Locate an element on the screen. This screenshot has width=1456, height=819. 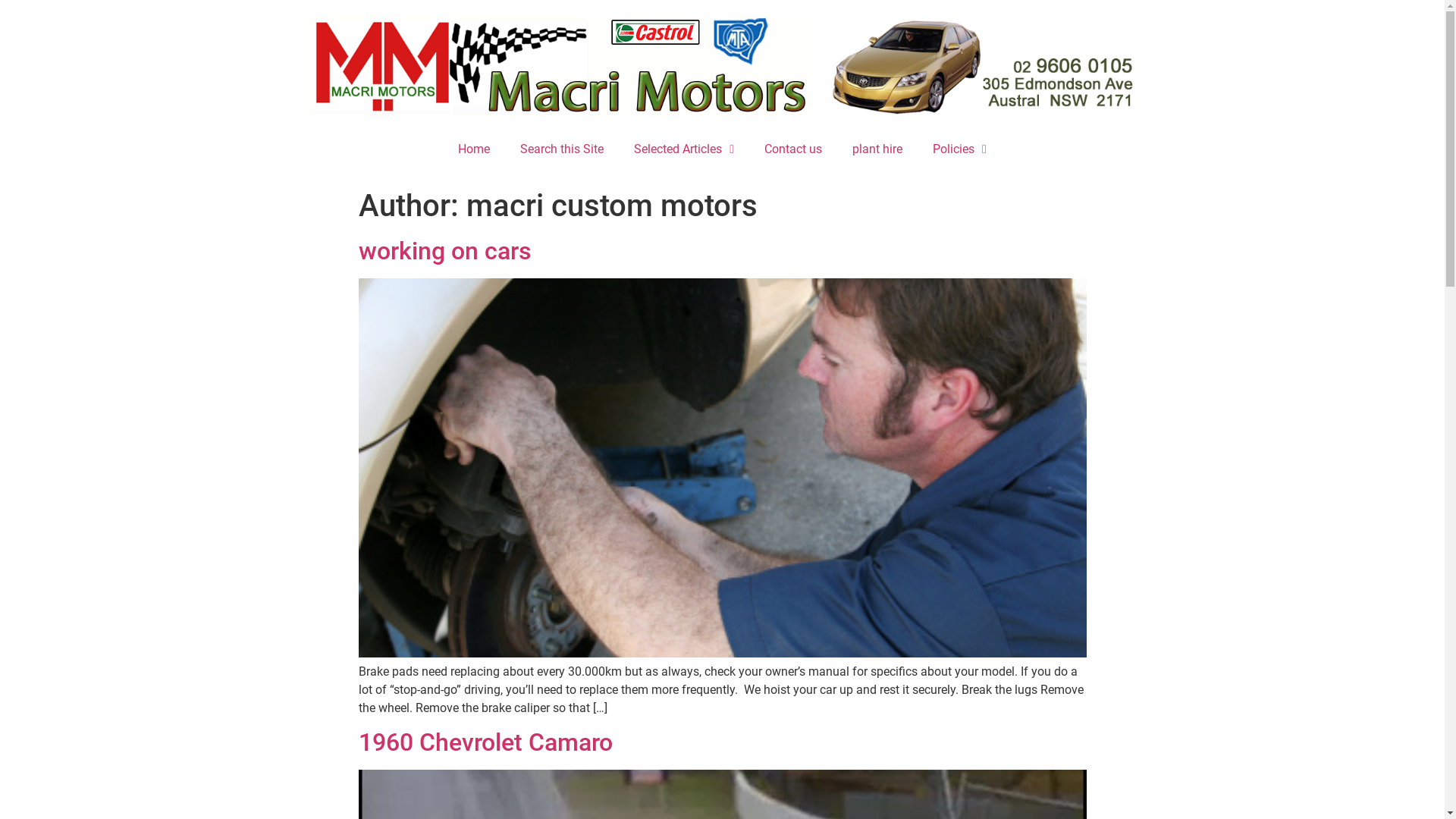
'working on cars' is located at coordinates (443, 250).